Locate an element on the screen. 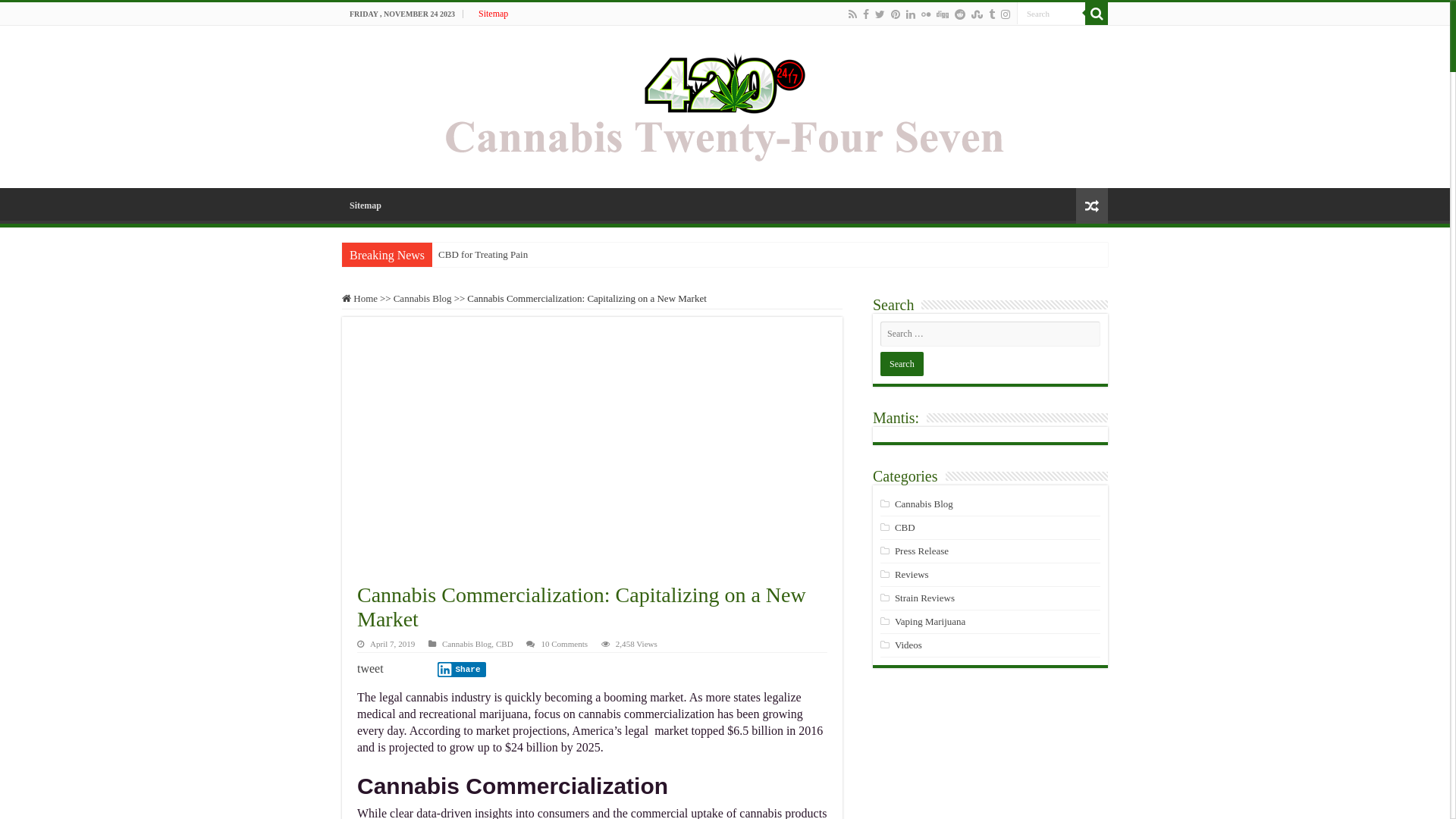 The width and height of the screenshot is (1456, 819). 'Search' is located at coordinates (1084, 14).